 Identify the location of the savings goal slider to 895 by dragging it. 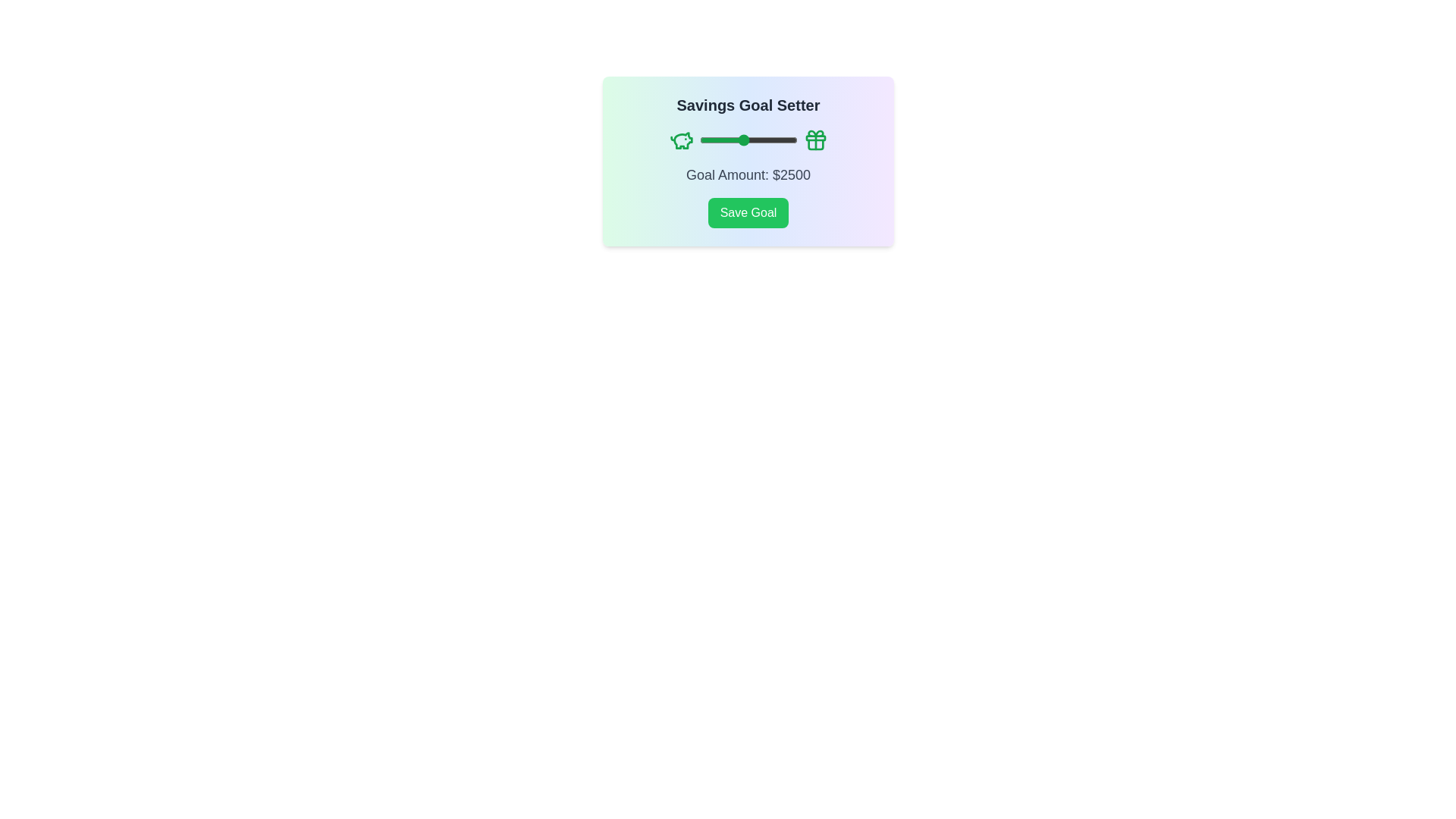
(707, 140).